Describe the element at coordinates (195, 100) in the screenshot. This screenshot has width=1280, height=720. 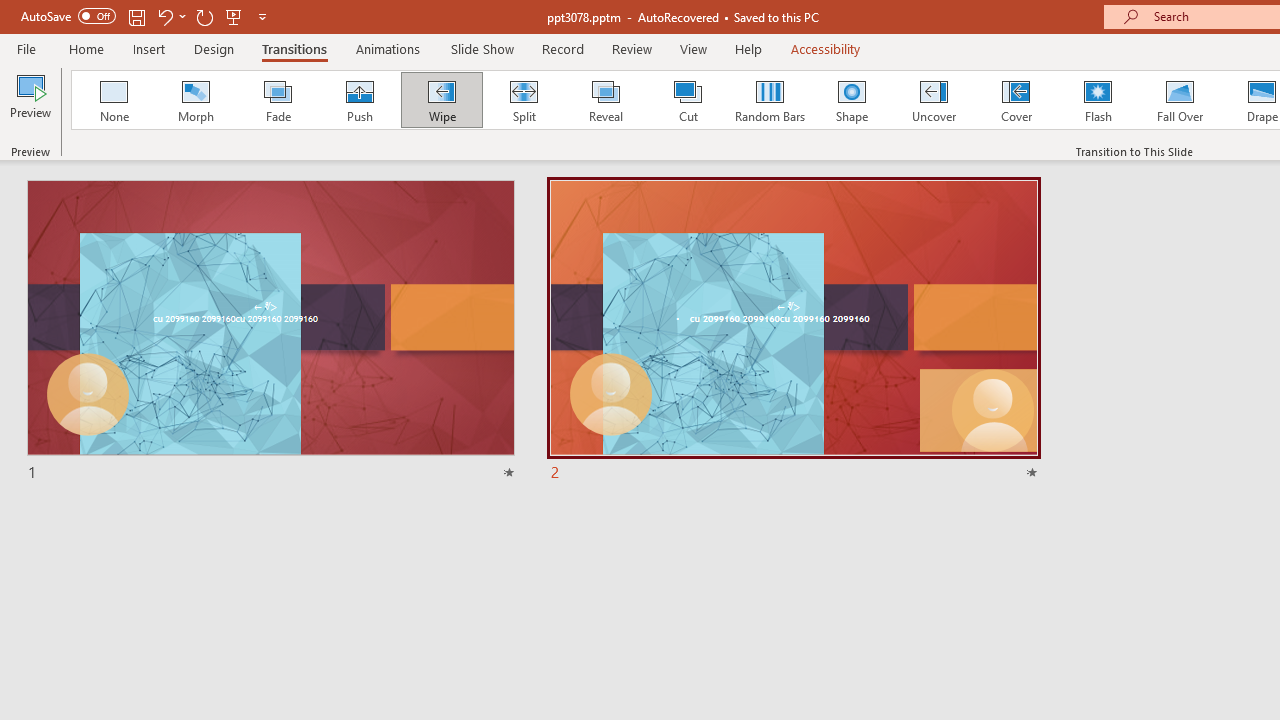
I see `'Morph'` at that location.